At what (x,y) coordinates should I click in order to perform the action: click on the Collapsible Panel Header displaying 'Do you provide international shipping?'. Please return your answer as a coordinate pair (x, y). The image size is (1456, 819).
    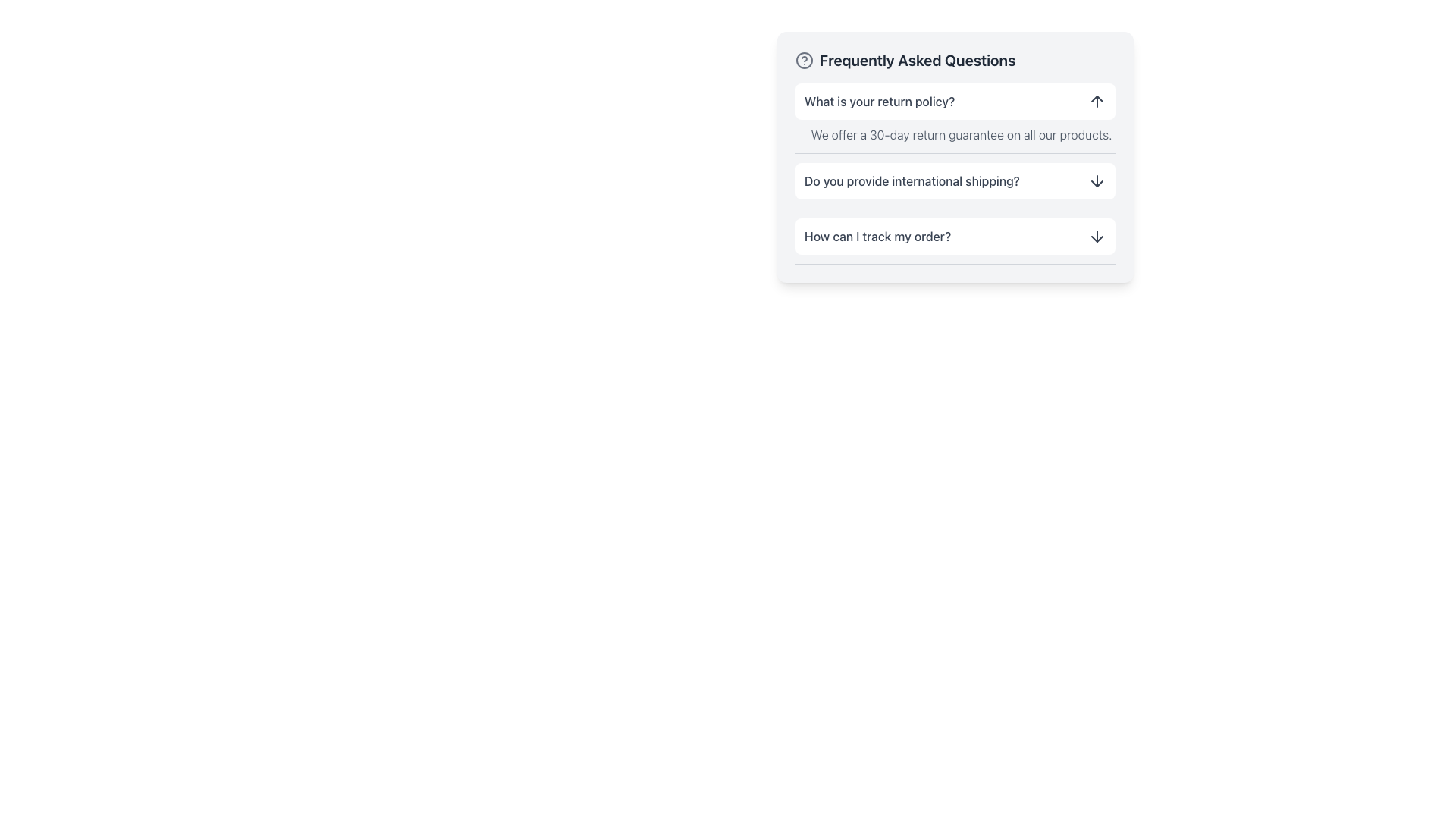
    Looking at the image, I should click on (954, 180).